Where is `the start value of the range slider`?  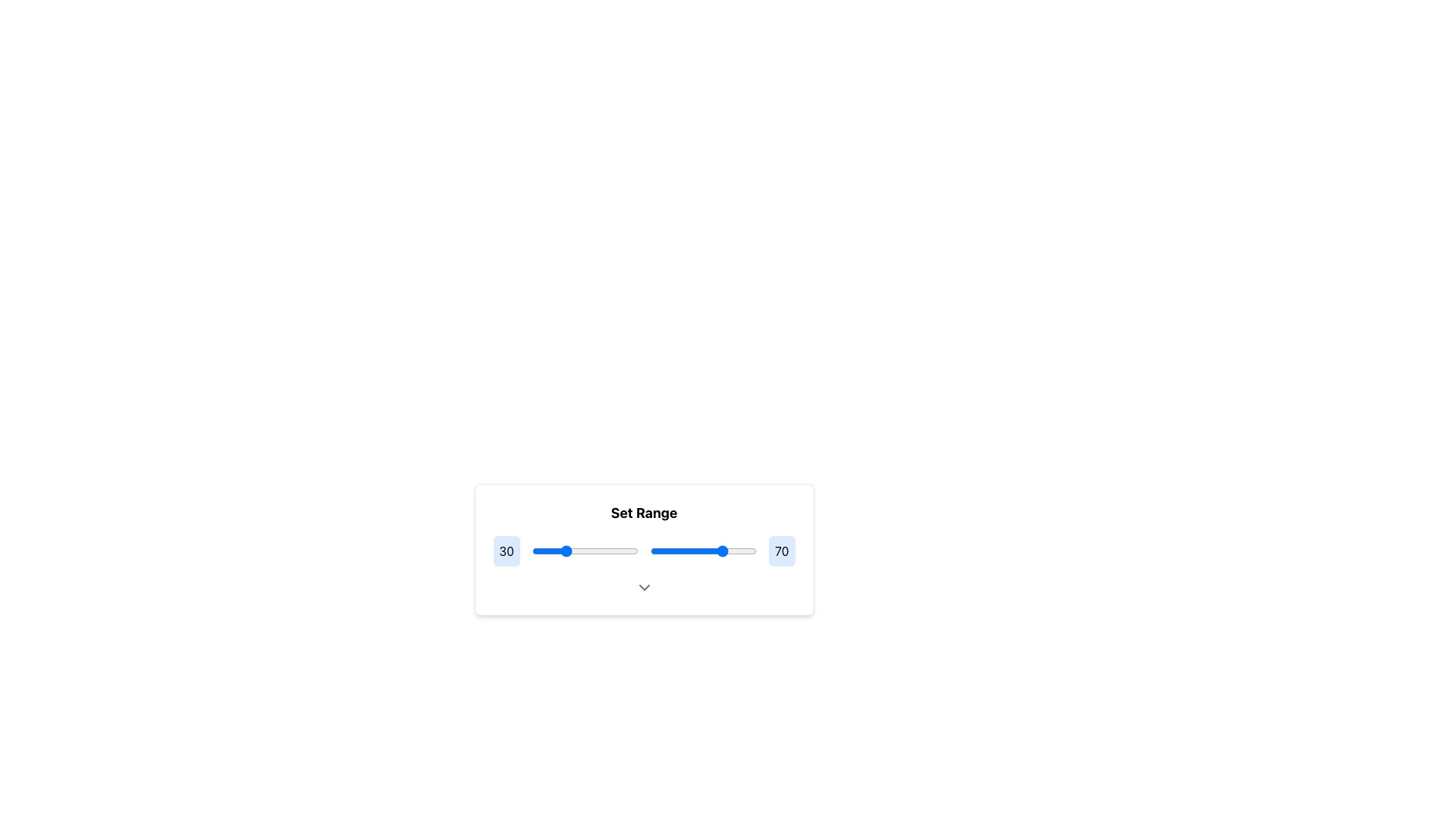
the start value of the range slider is located at coordinates (542, 551).